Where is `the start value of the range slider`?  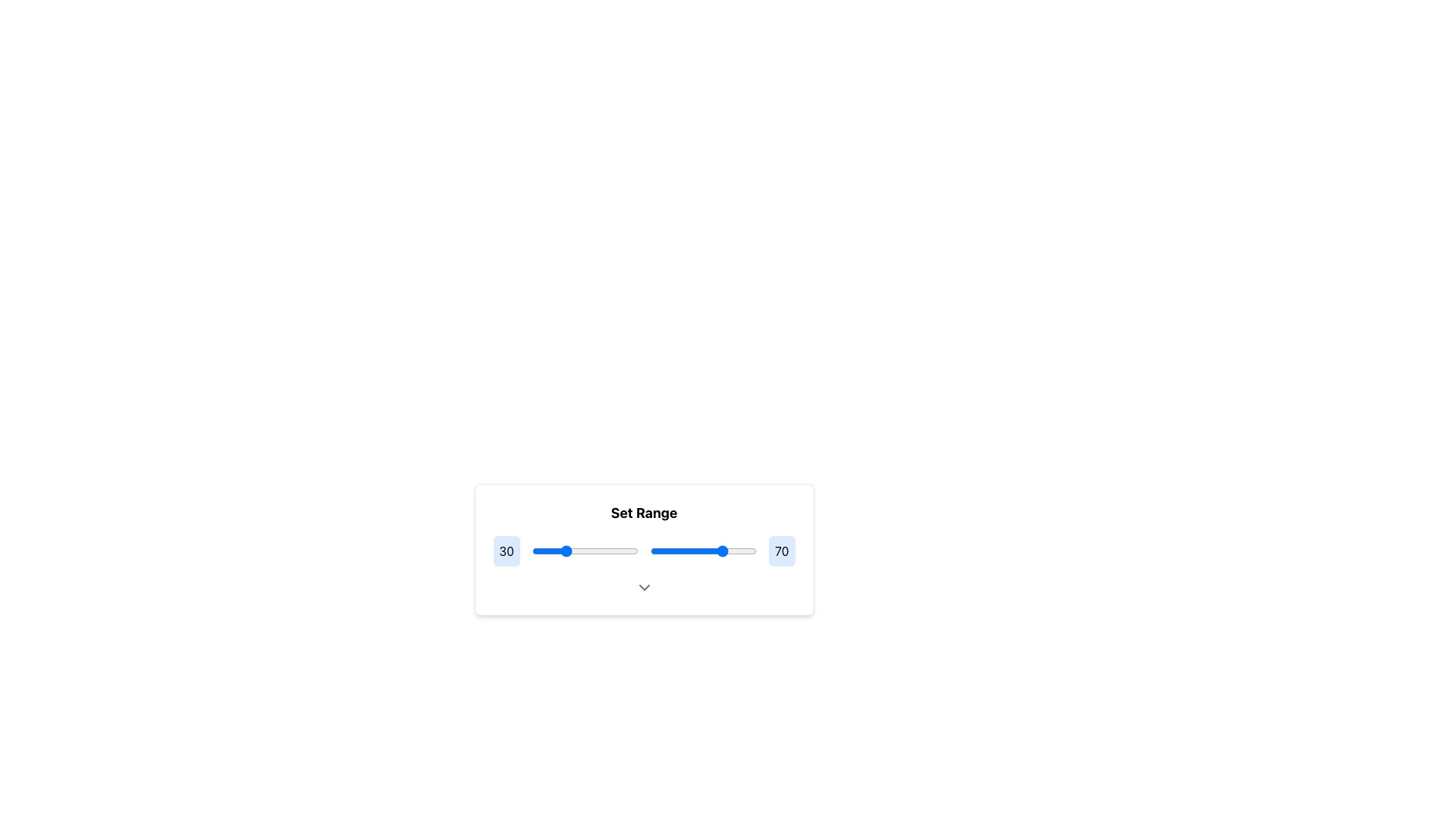
the start value of the range slider is located at coordinates (542, 551).